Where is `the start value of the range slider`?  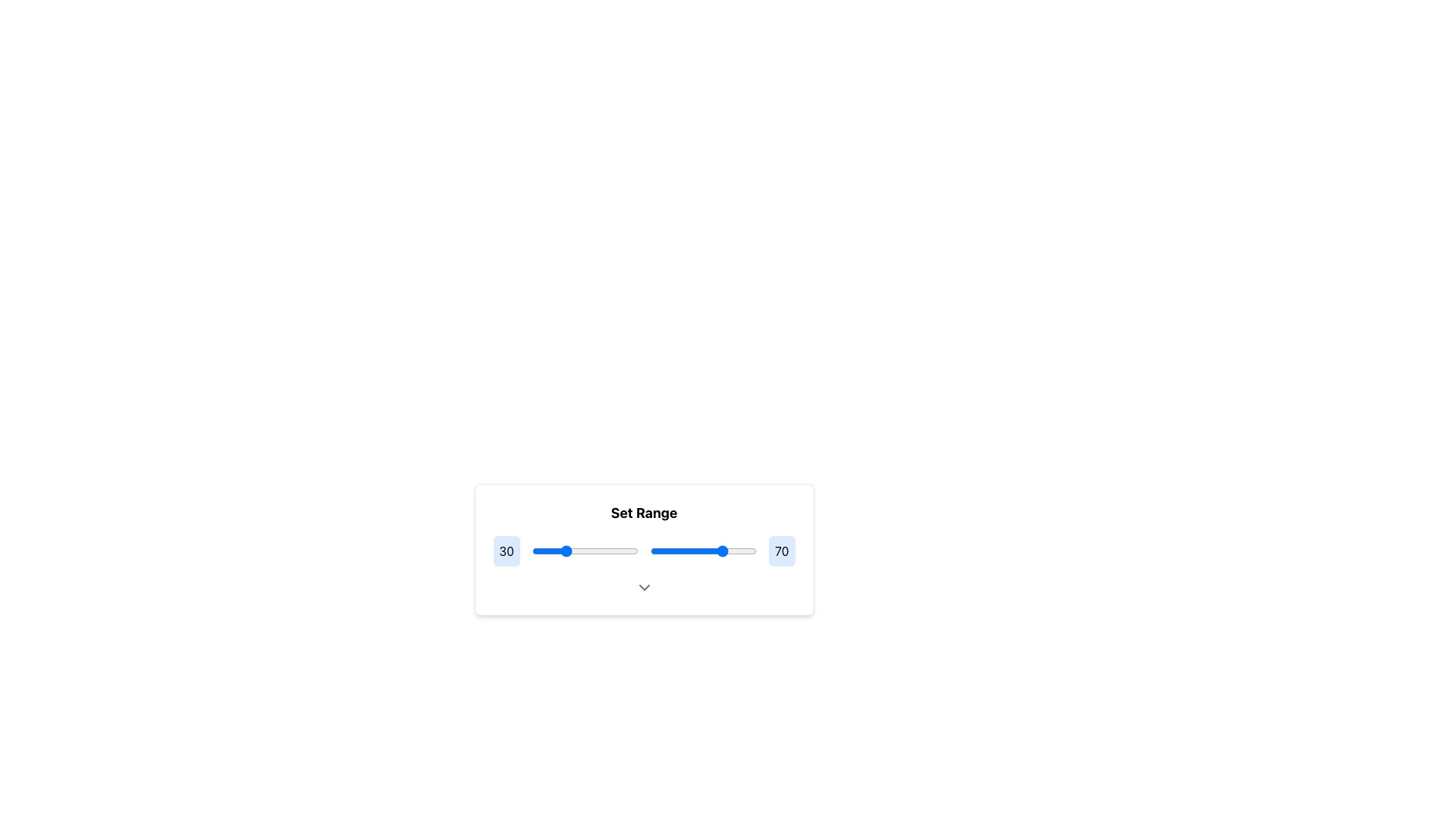
the start value of the range slider is located at coordinates (542, 551).